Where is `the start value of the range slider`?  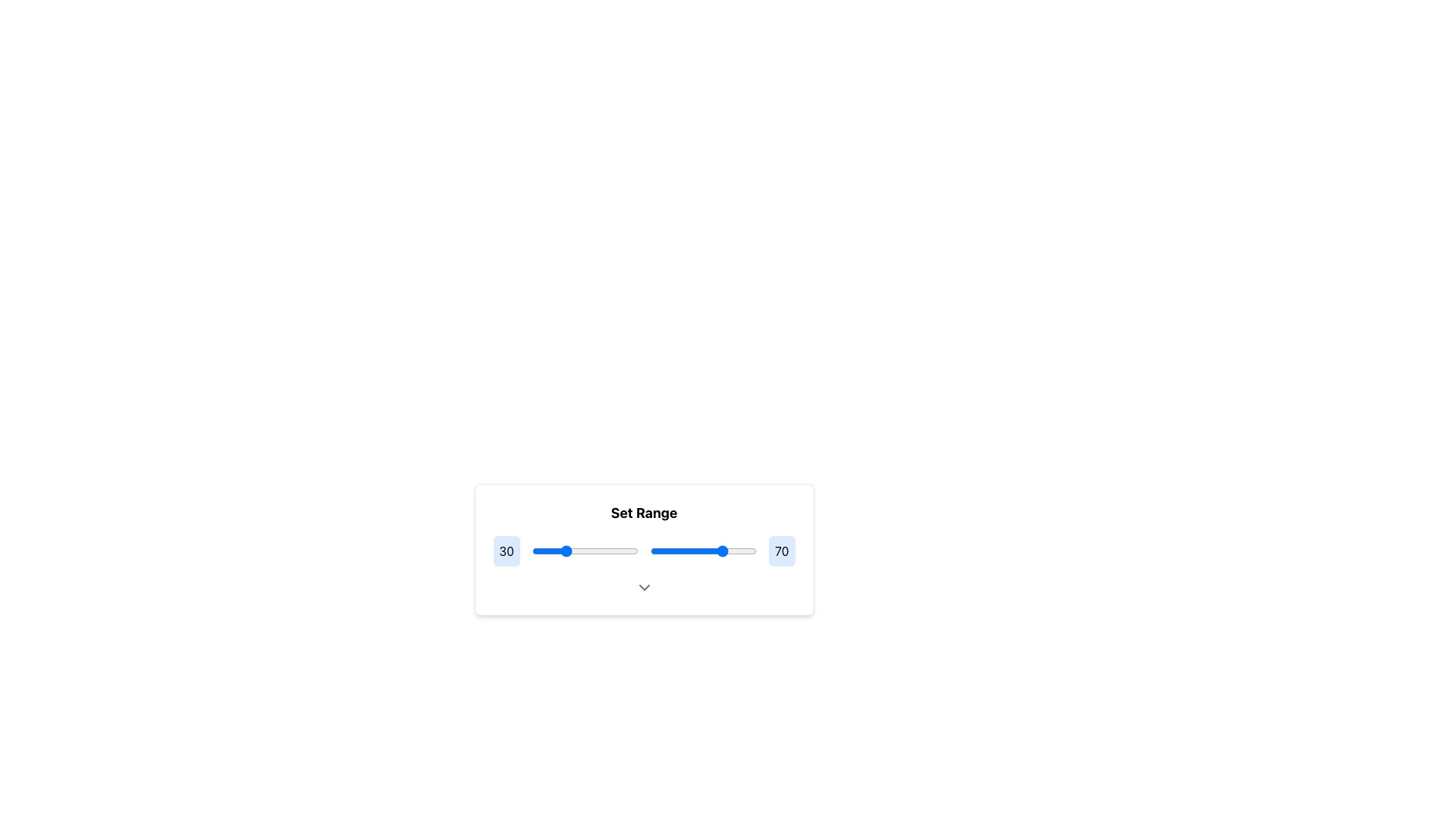
the start value of the range slider is located at coordinates (542, 551).